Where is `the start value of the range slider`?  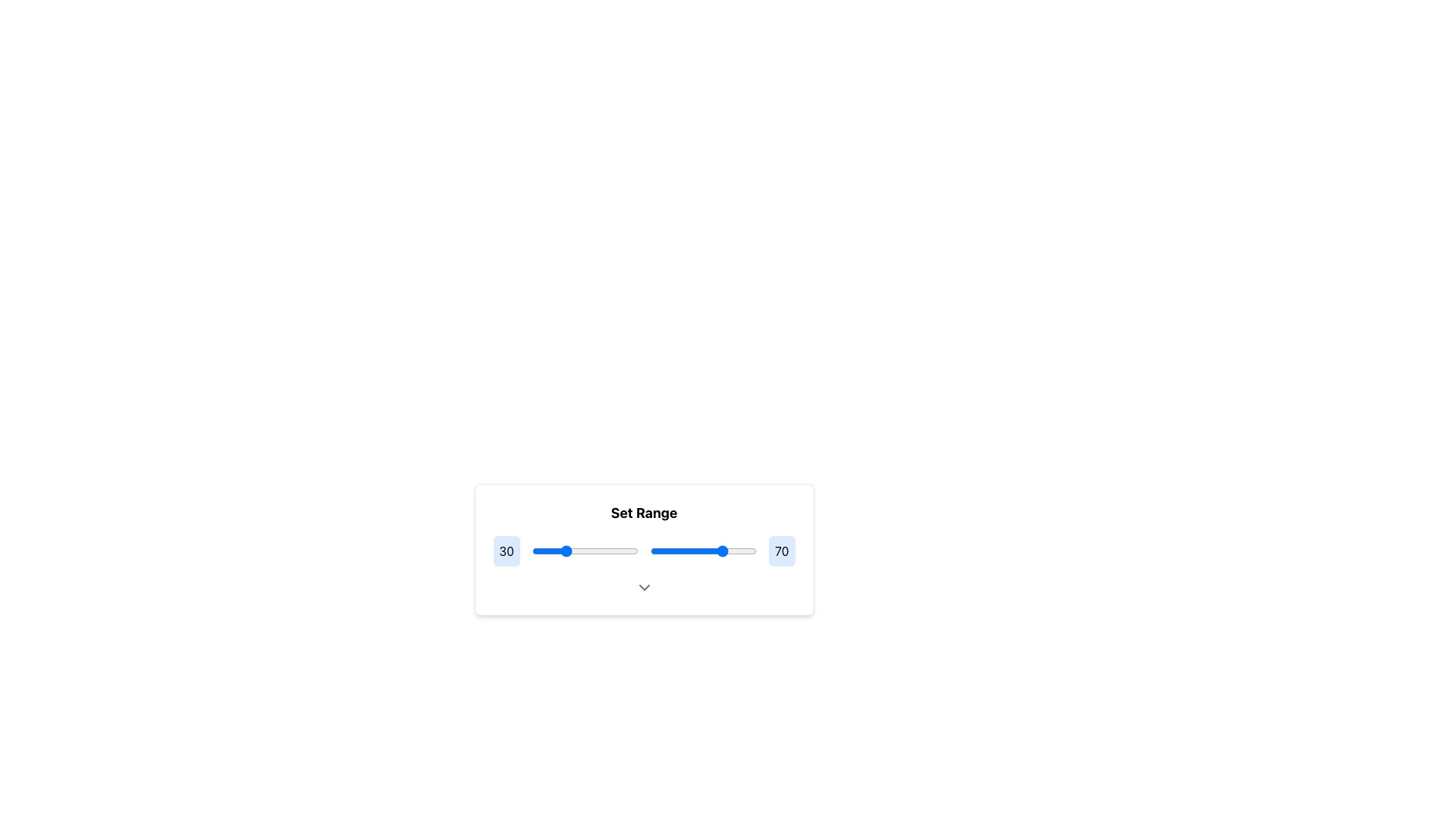
the start value of the range slider is located at coordinates (542, 551).